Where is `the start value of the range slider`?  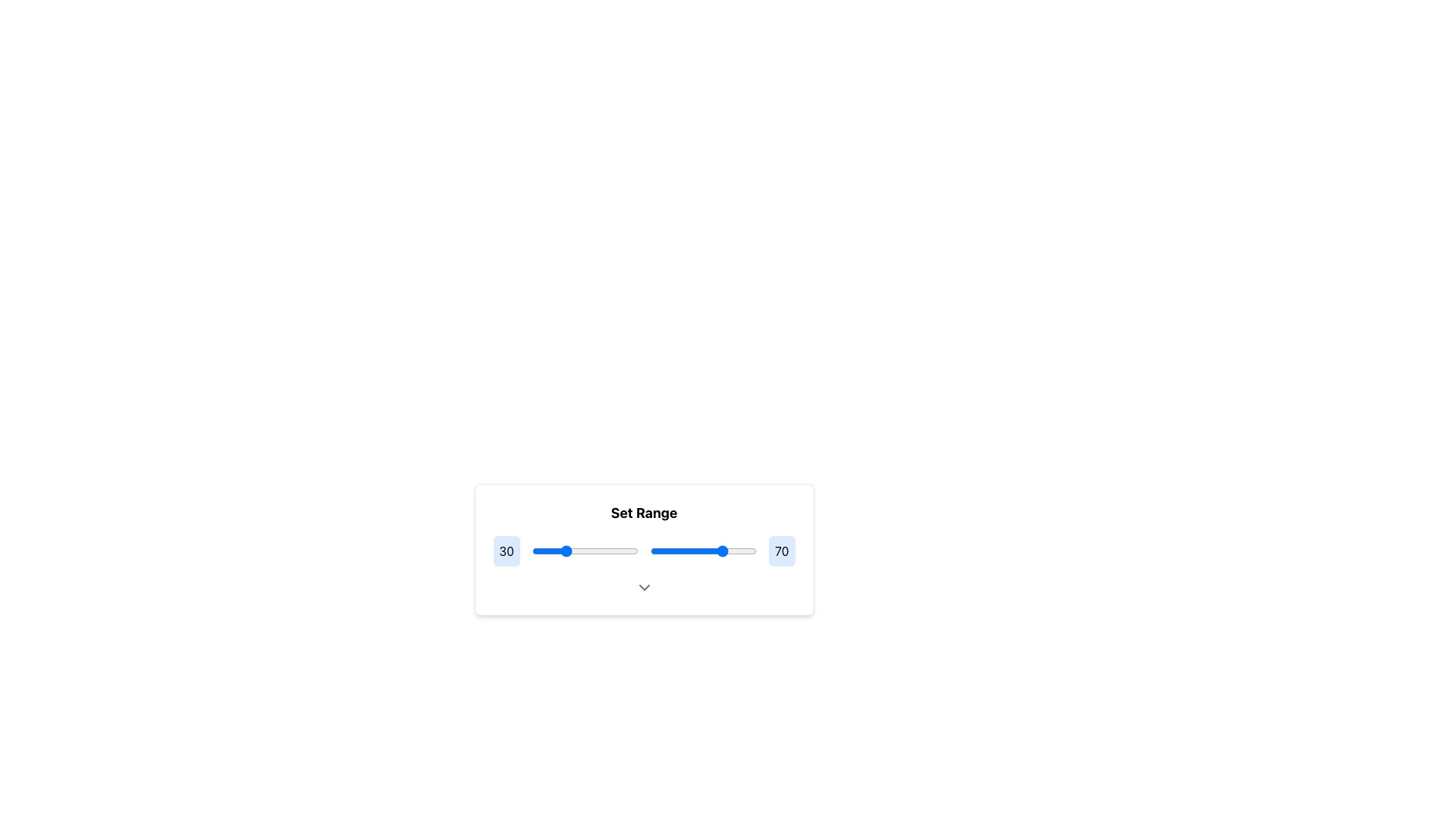
the start value of the range slider is located at coordinates (542, 551).